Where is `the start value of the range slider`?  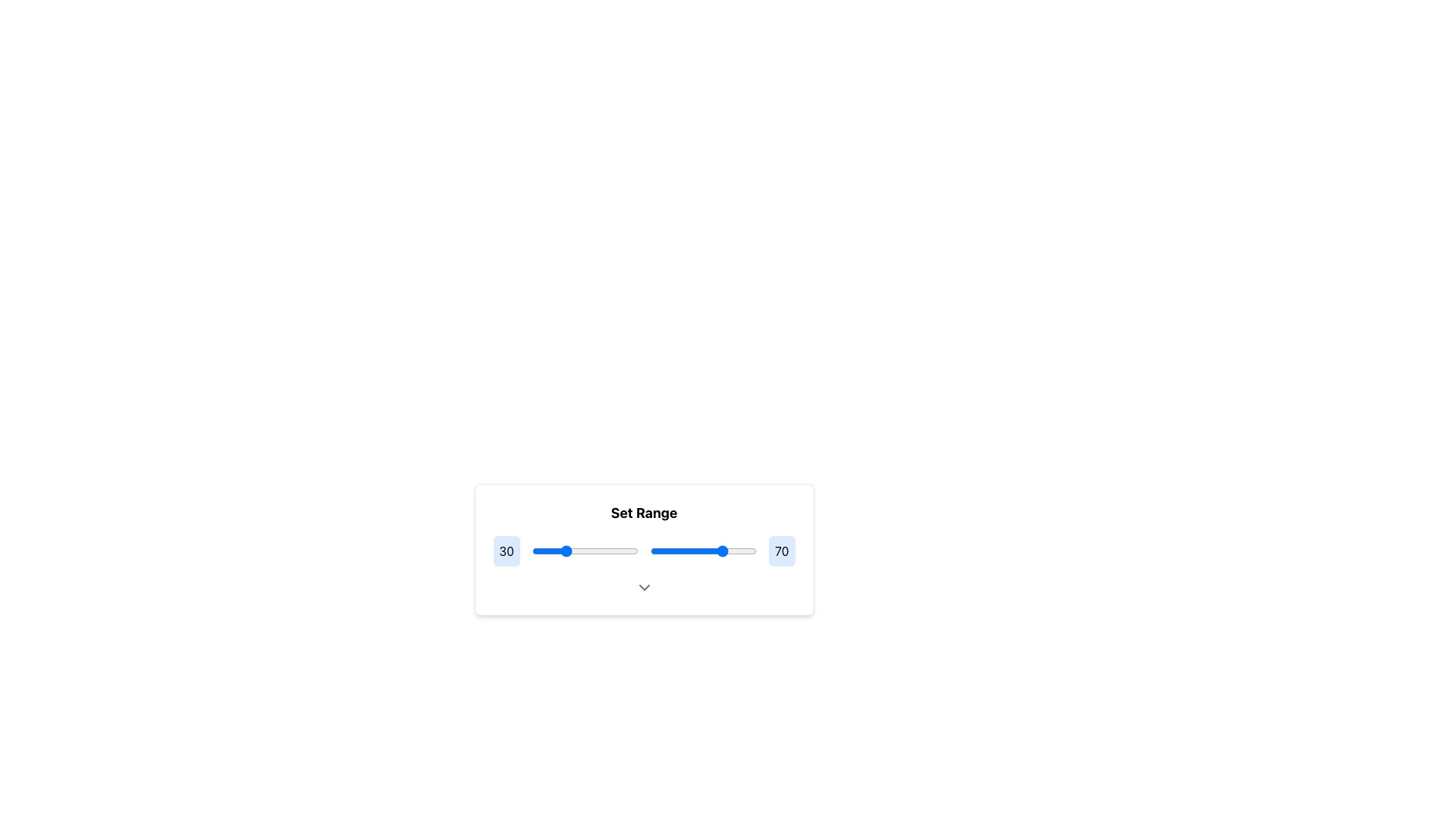
the start value of the range slider is located at coordinates (542, 551).